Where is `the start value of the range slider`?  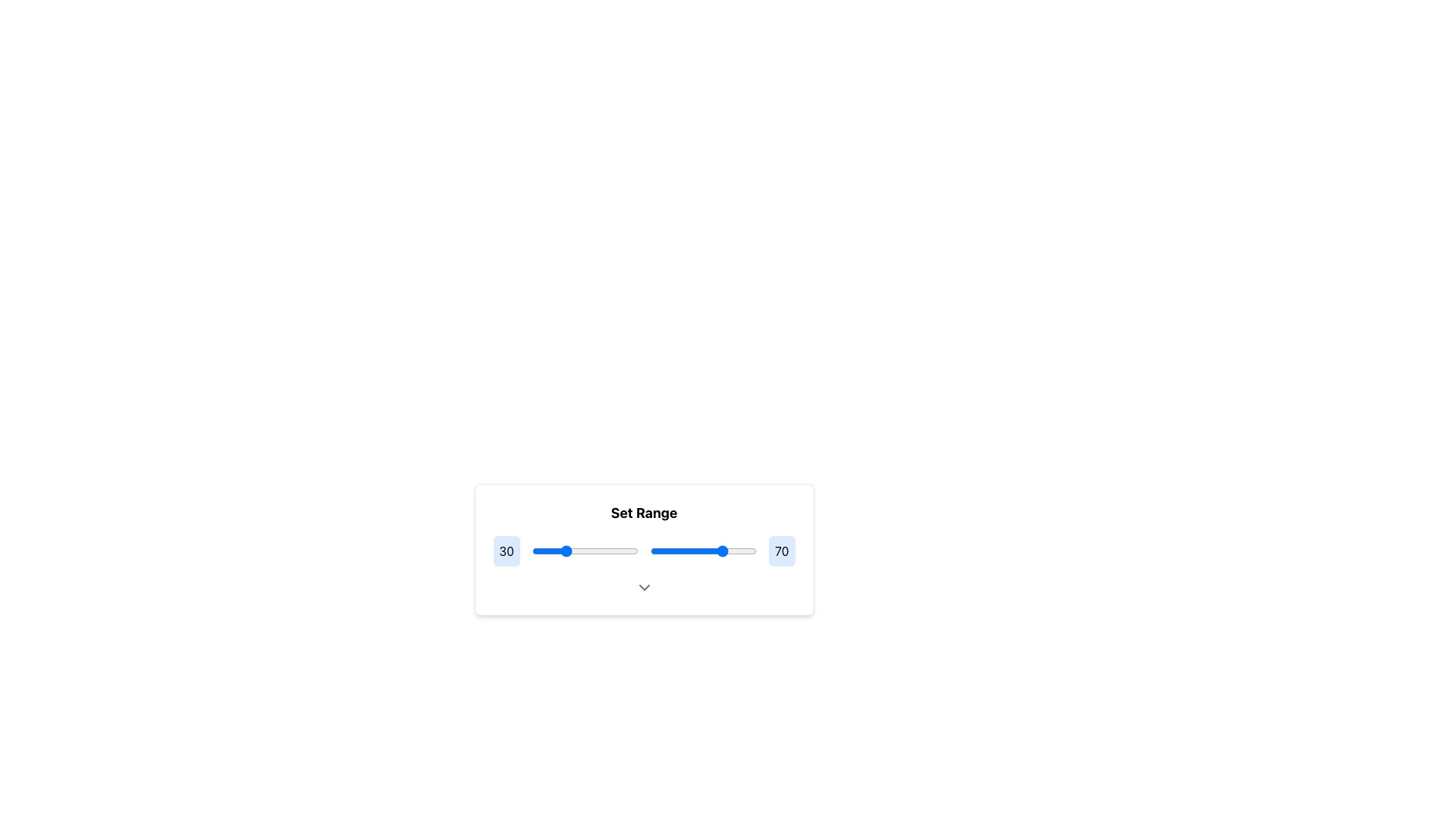
the start value of the range slider is located at coordinates (542, 551).